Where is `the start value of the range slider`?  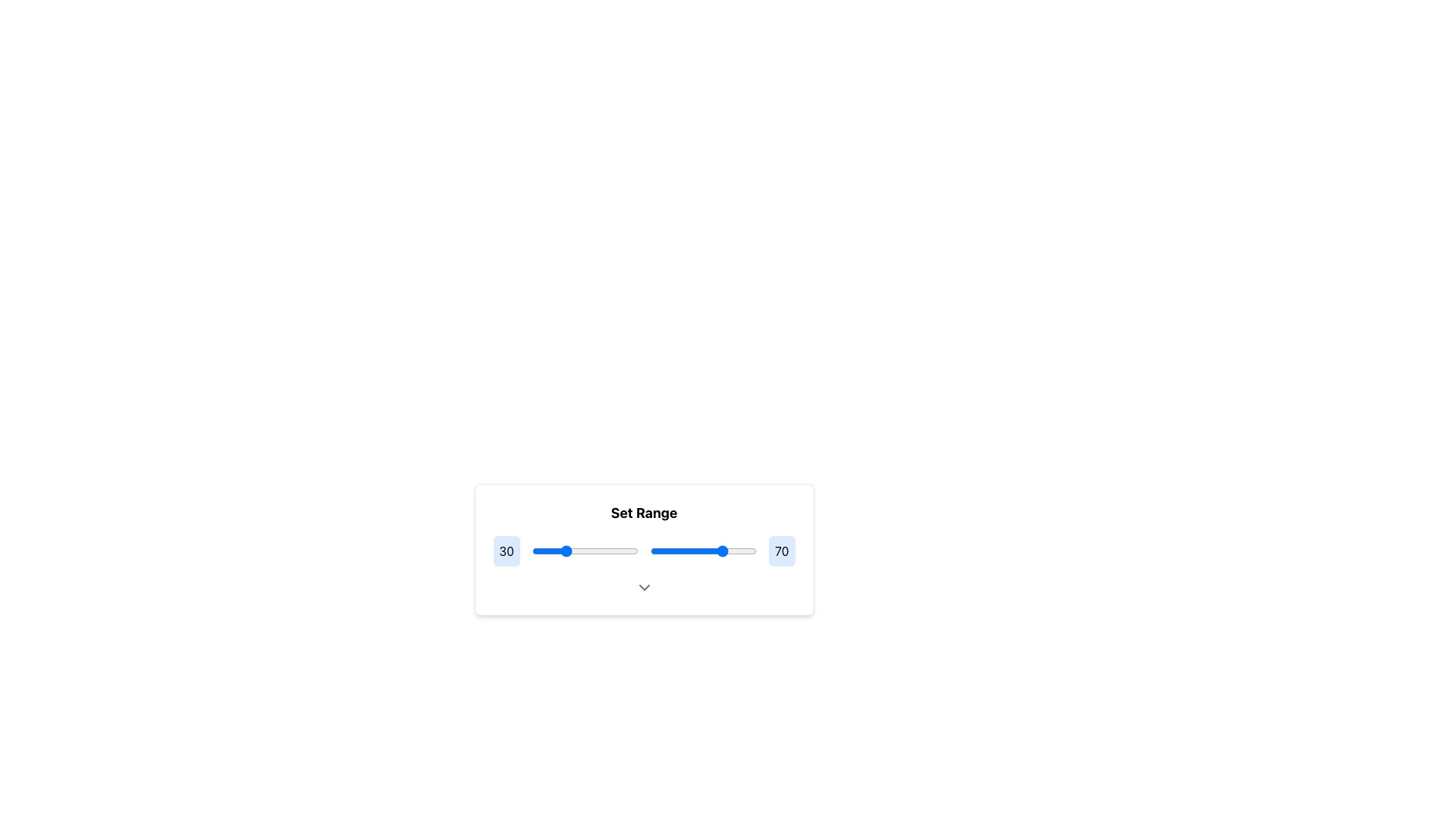
the start value of the range slider is located at coordinates (542, 551).